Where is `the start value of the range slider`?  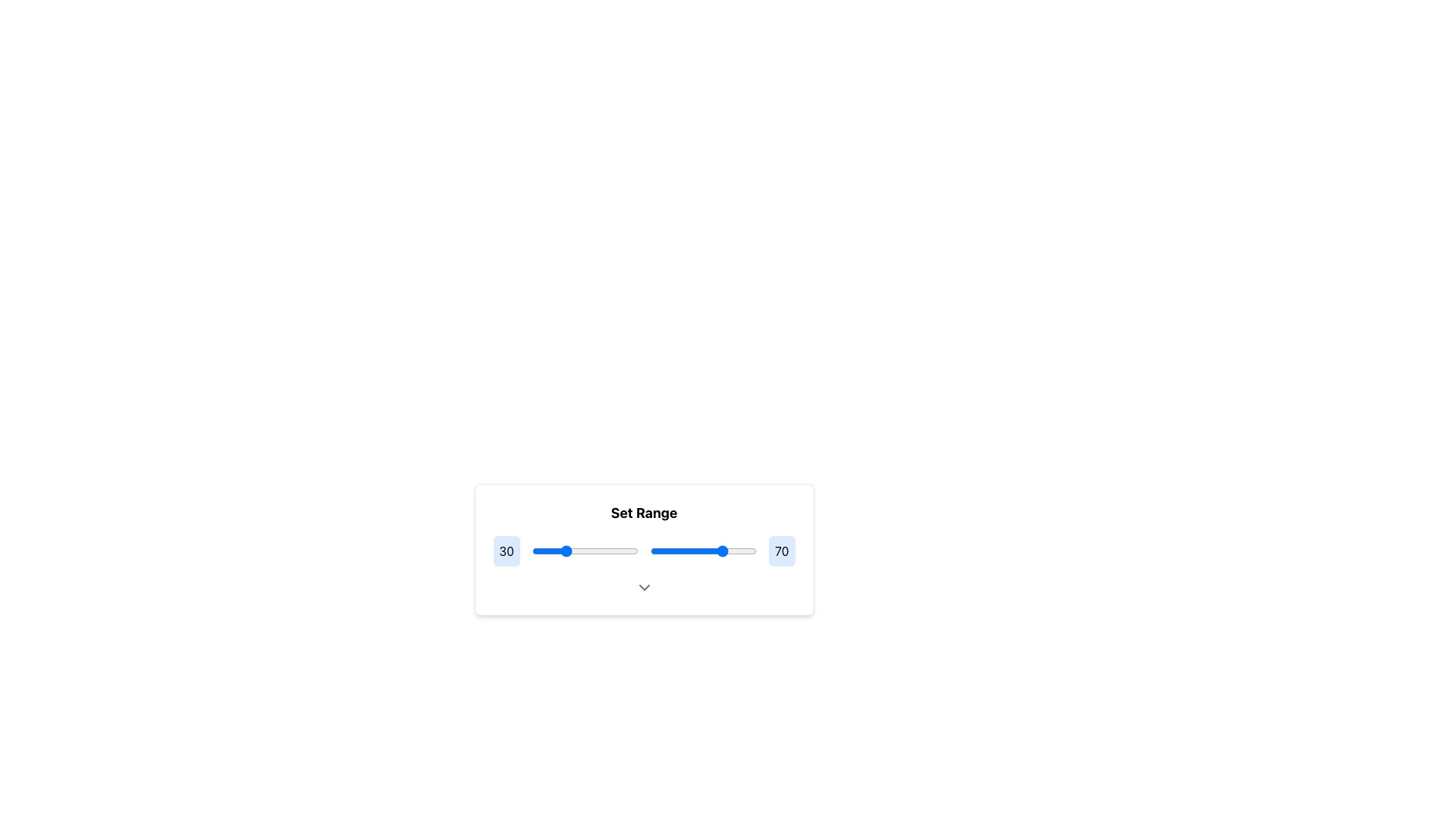
the start value of the range slider is located at coordinates (542, 551).